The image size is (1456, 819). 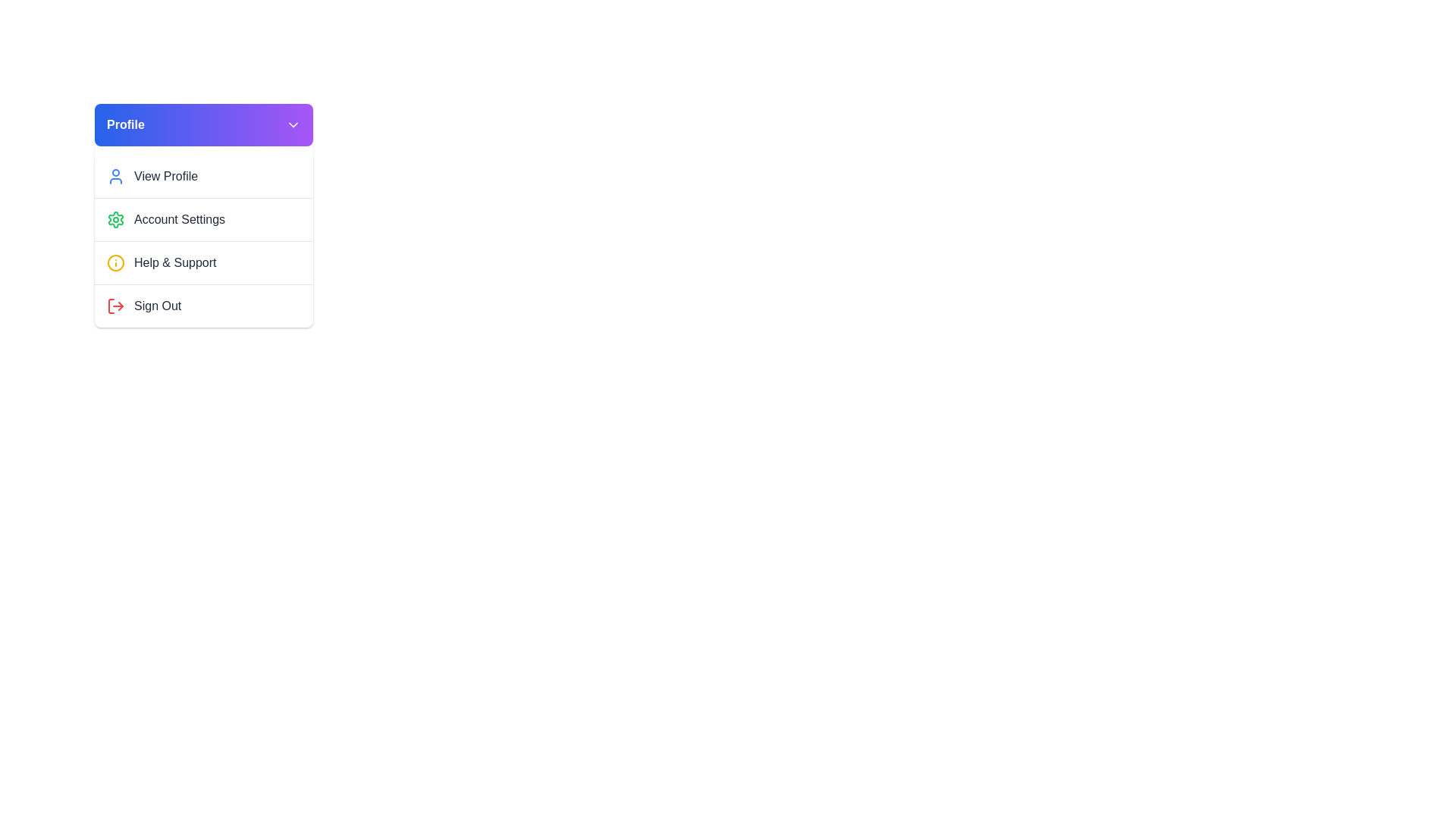 I want to click on the logout text label located at the bottom of the dropdown menu, visually indicating the action to log out of the application, so click(x=158, y=306).